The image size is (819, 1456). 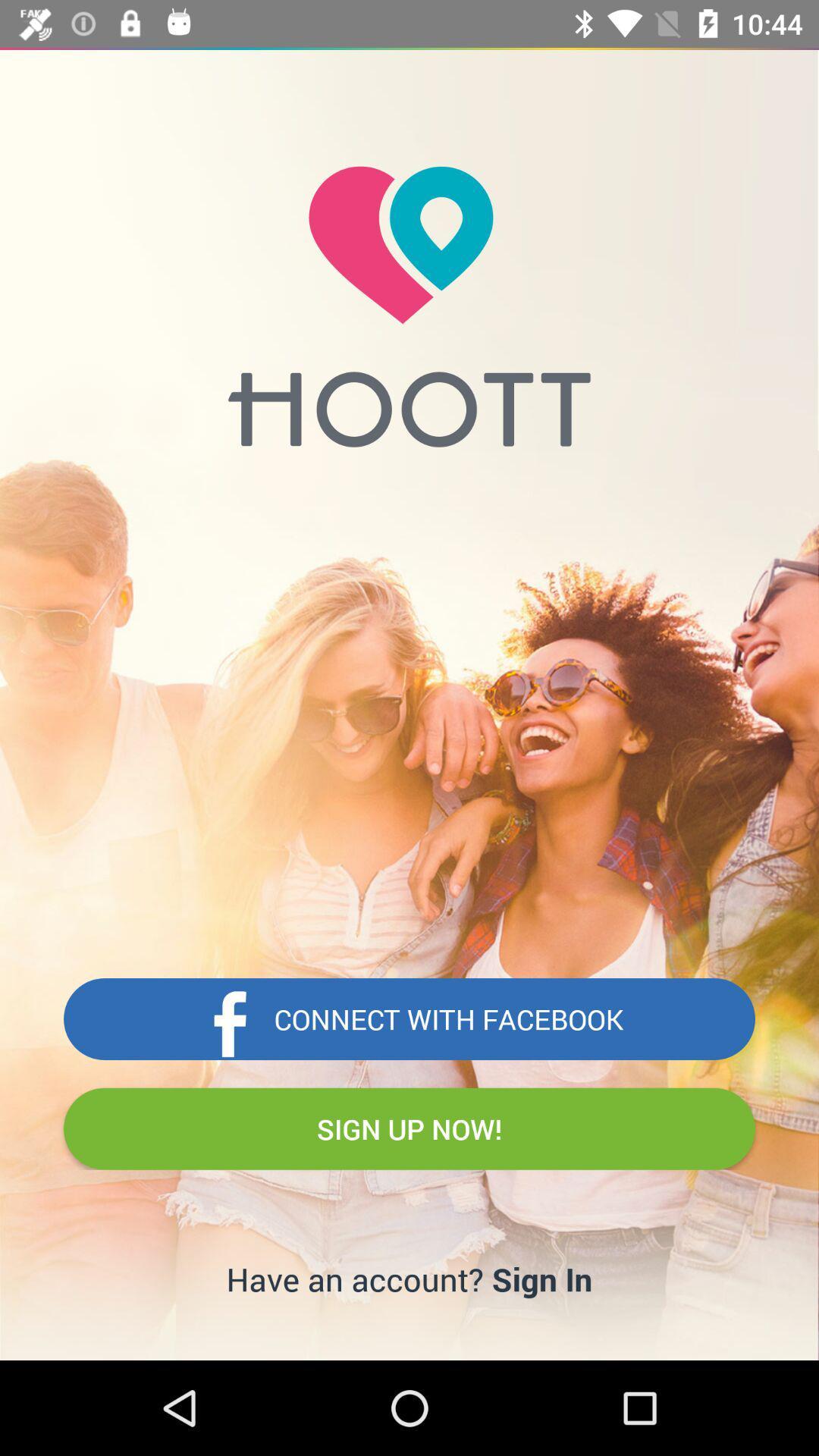 What do you see at coordinates (541, 1278) in the screenshot?
I see `sign in` at bounding box center [541, 1278].